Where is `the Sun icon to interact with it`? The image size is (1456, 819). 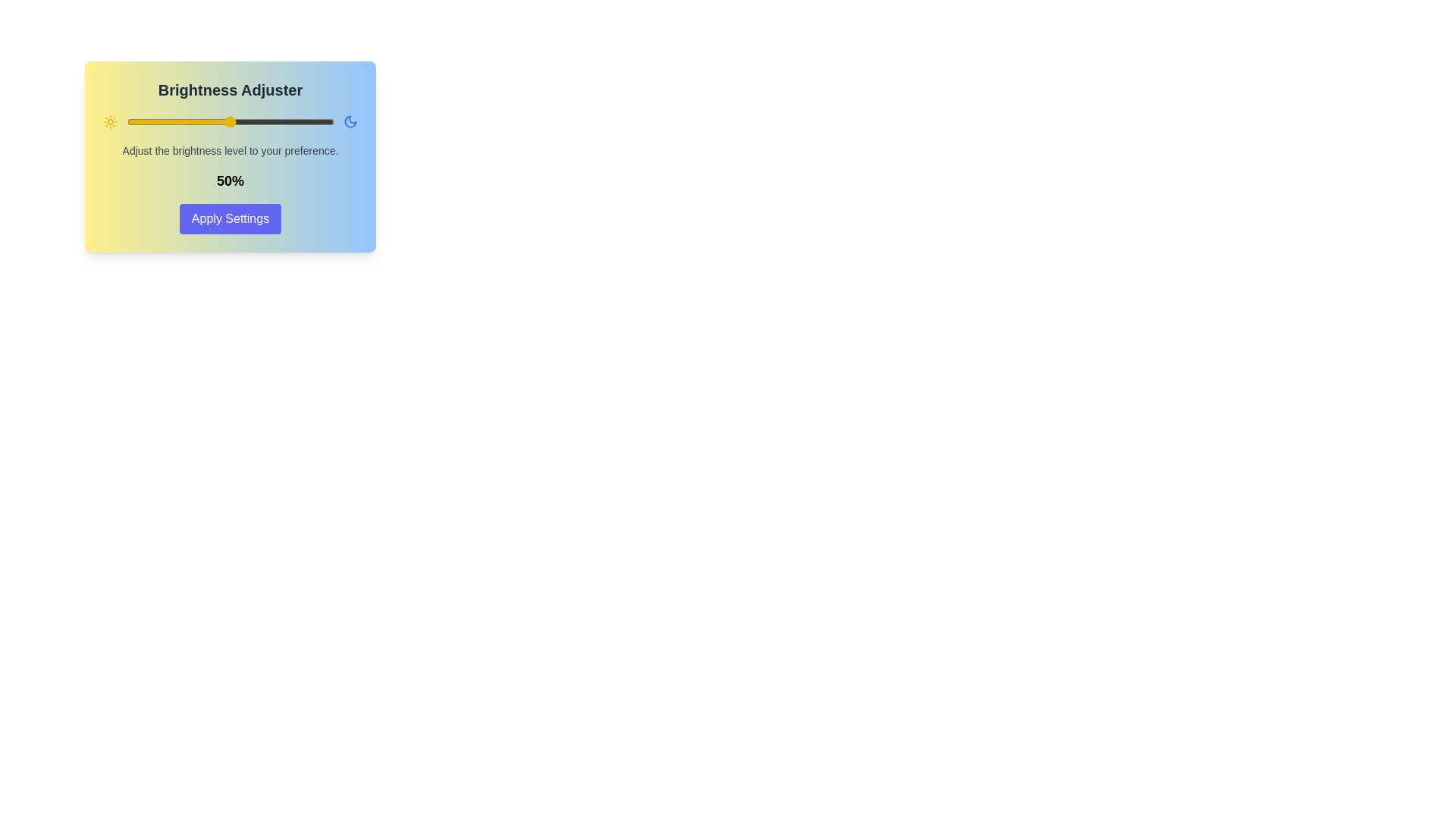
the Sun icon to interact with it is located at coordinates (109, 121).